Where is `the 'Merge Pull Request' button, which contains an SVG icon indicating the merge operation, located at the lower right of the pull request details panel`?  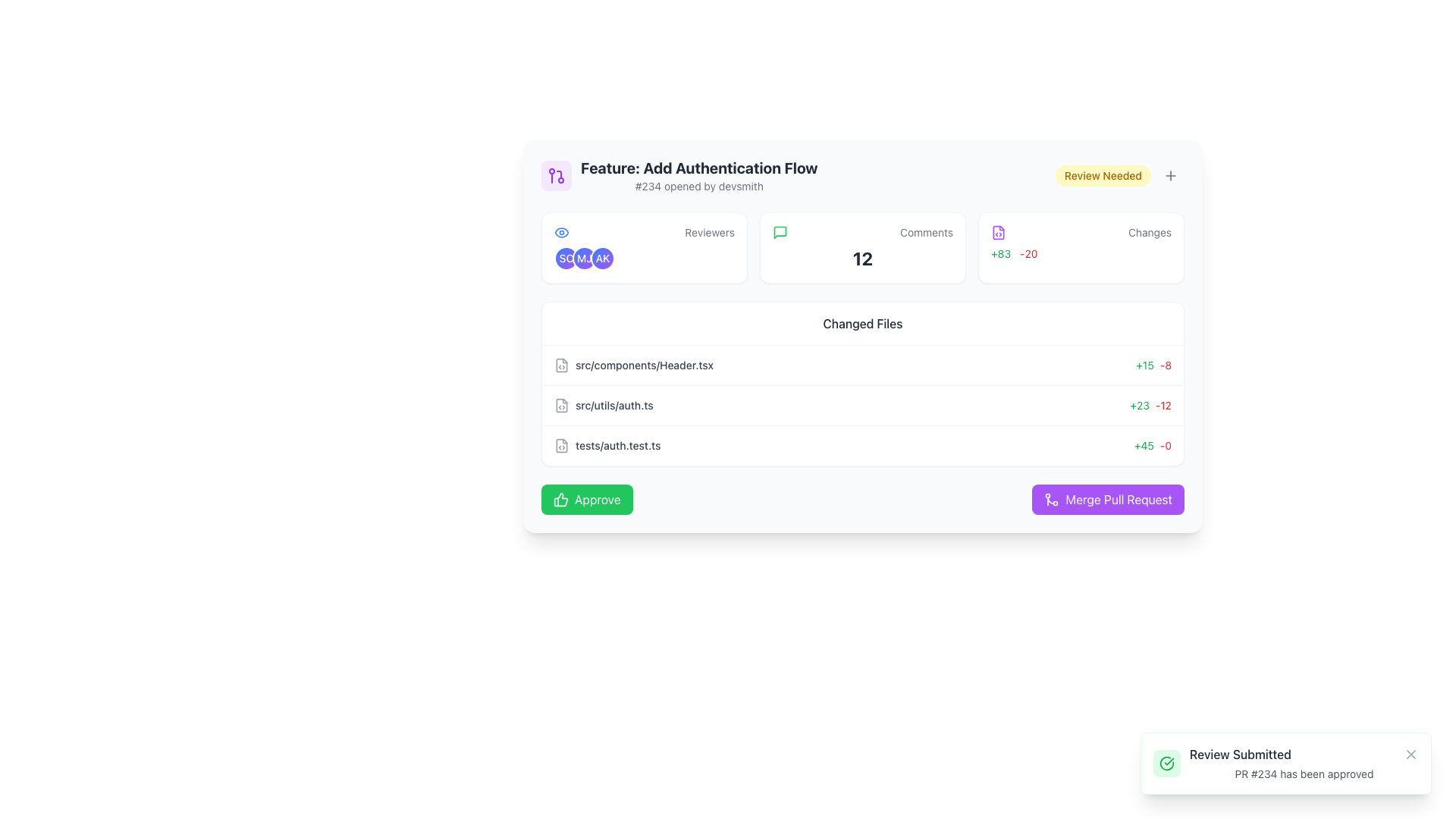 the 'Merge Pull Request' button, which contains an SVG icon indicating the merge operation, located at the lower right of the pull request details panel is located at coordinates (1051, 500).